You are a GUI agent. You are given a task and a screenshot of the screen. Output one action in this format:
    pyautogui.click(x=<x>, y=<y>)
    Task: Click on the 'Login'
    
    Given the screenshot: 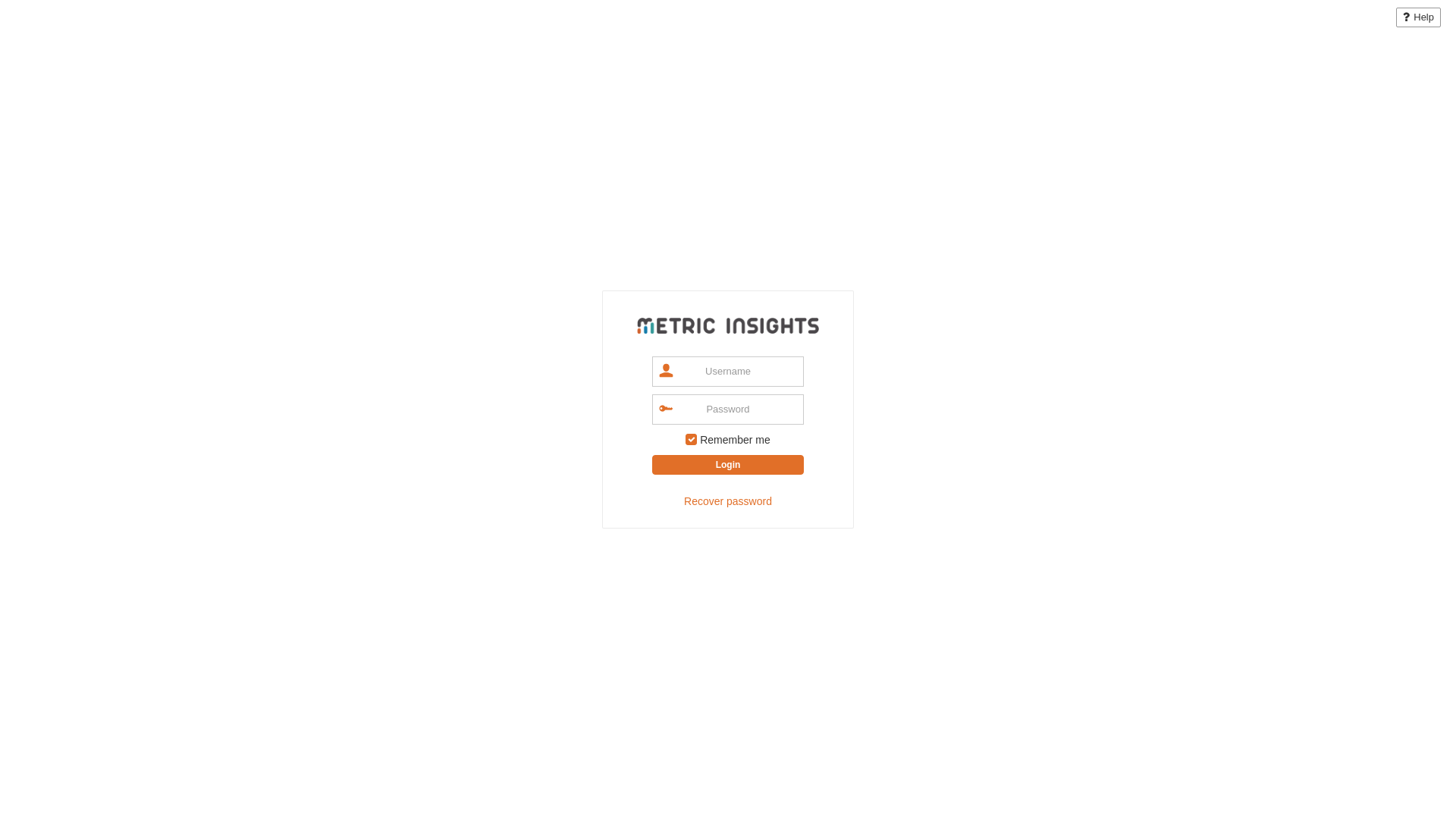 What is the action you would take?
    pyautogui.click(x=651, y=464)
    